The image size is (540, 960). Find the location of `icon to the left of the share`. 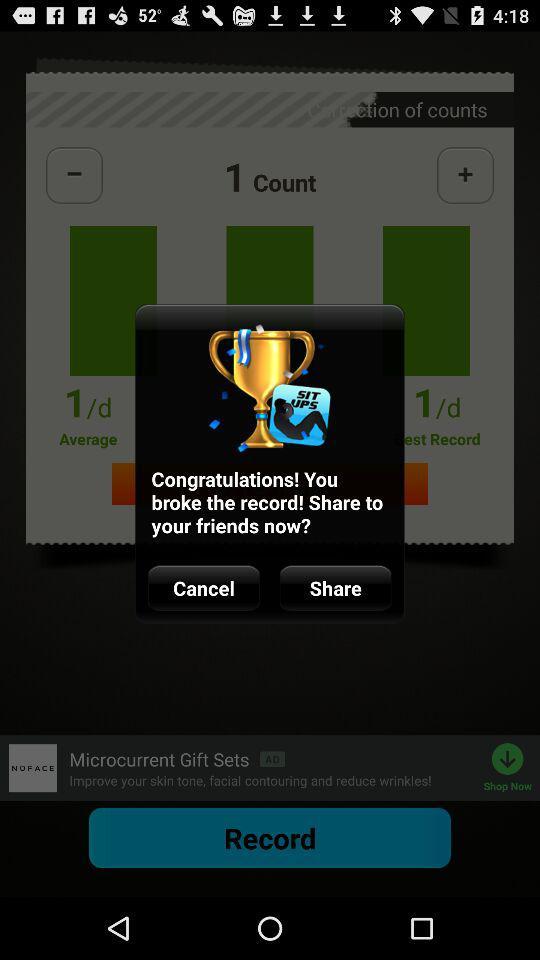

icon to the left of the share is located at coordinates (203, 588).